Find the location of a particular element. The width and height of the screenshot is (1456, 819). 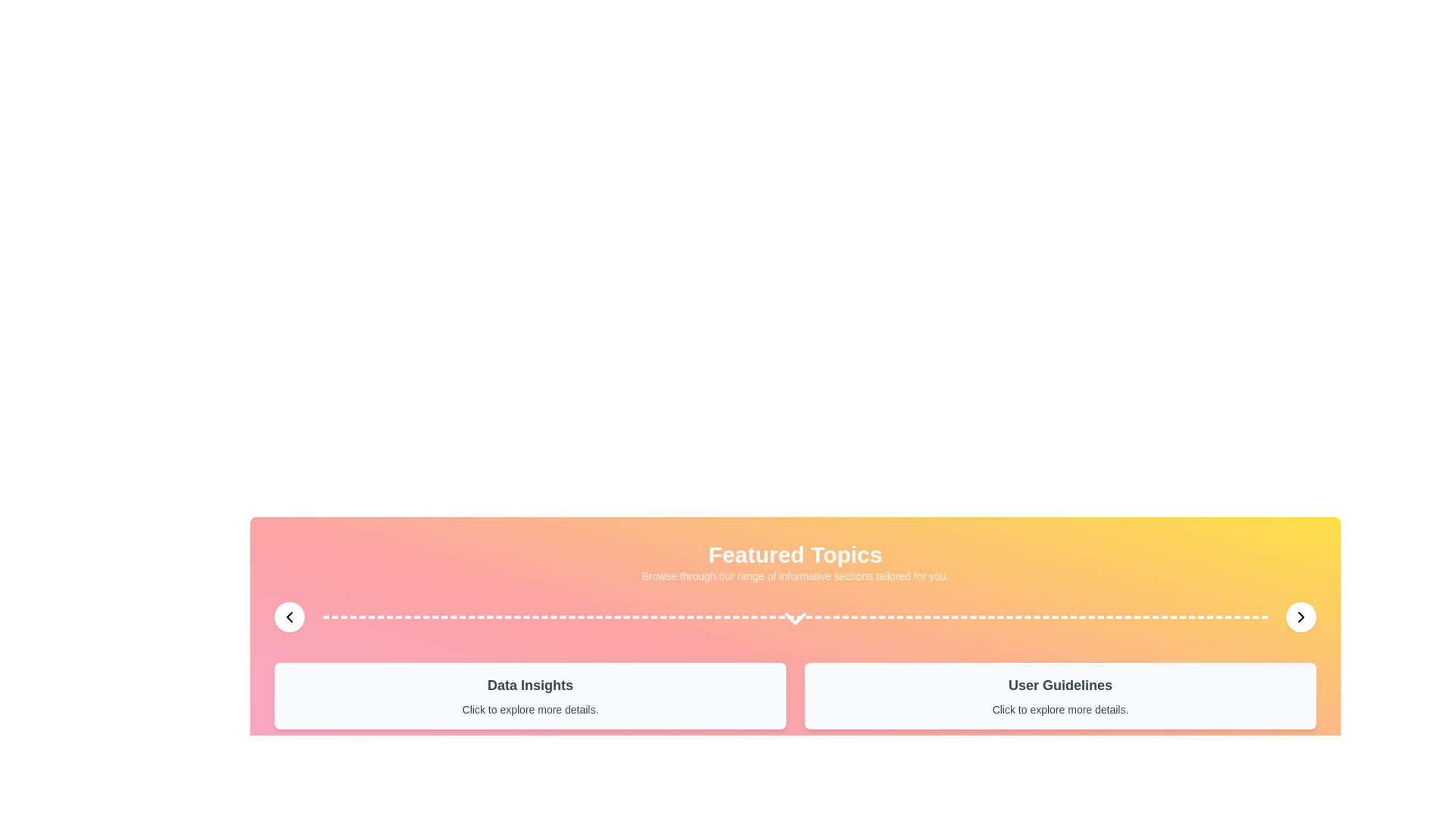

the 'Data Insights' card component located in the top row, first column of the grid layout is located at coordinates (530, 696).